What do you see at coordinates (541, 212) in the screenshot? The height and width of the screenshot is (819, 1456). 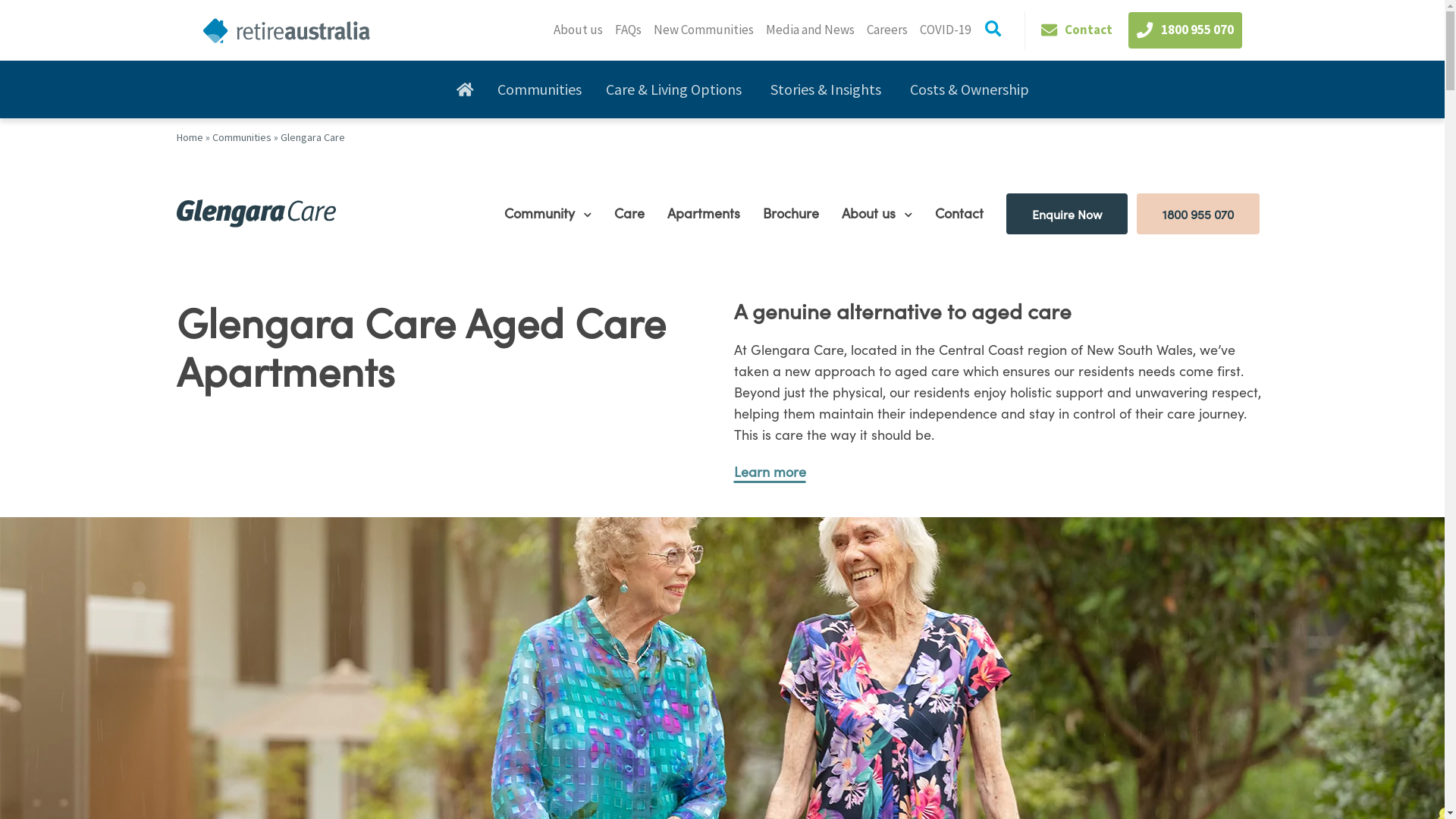 I see `'Community'` at bounding box center [541, 212].